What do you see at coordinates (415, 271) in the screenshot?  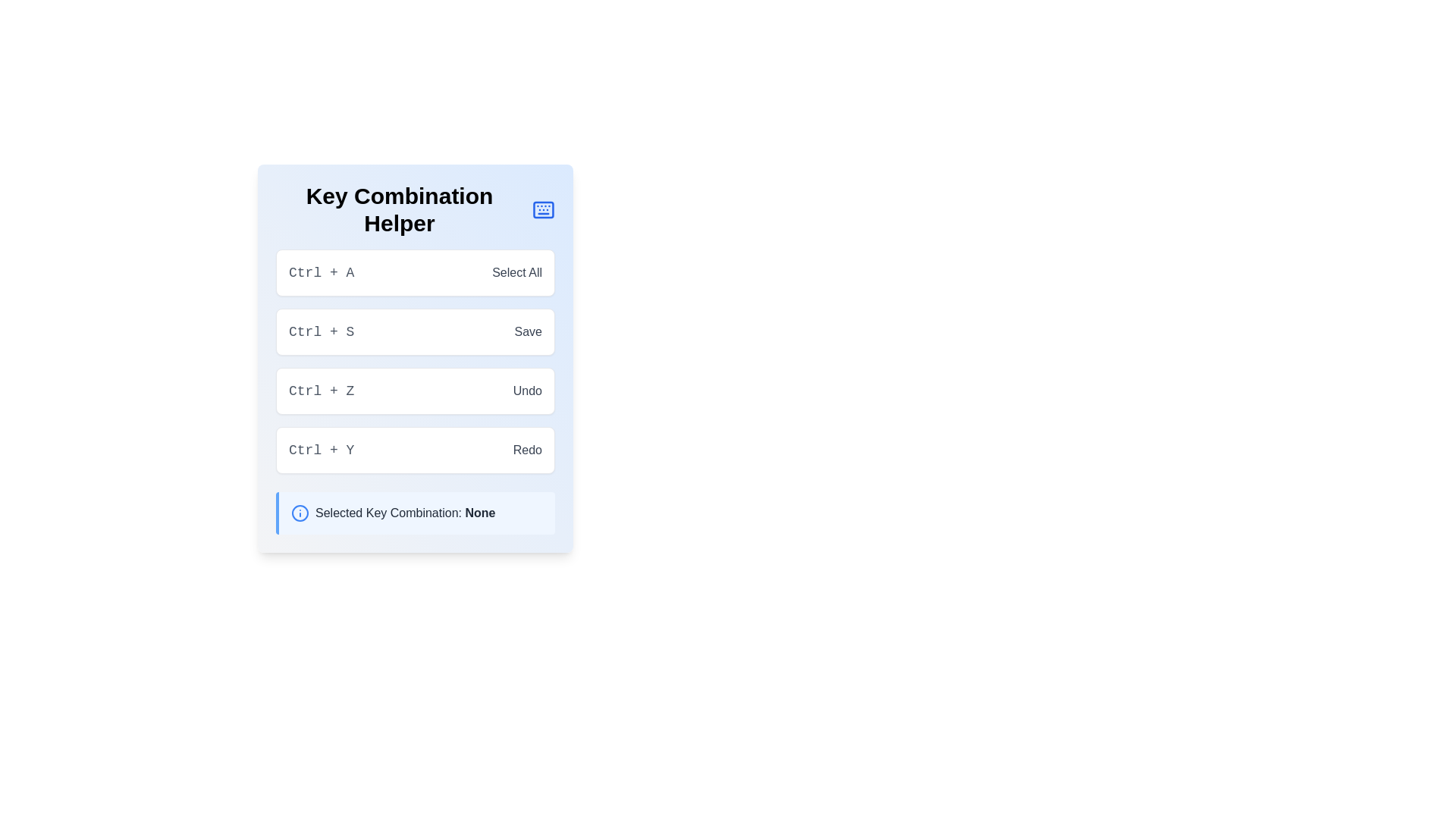 I see `the first Information display card in the vertical list that shows a keyboard shortcut and its functionality` at bounding box center [415, 271].